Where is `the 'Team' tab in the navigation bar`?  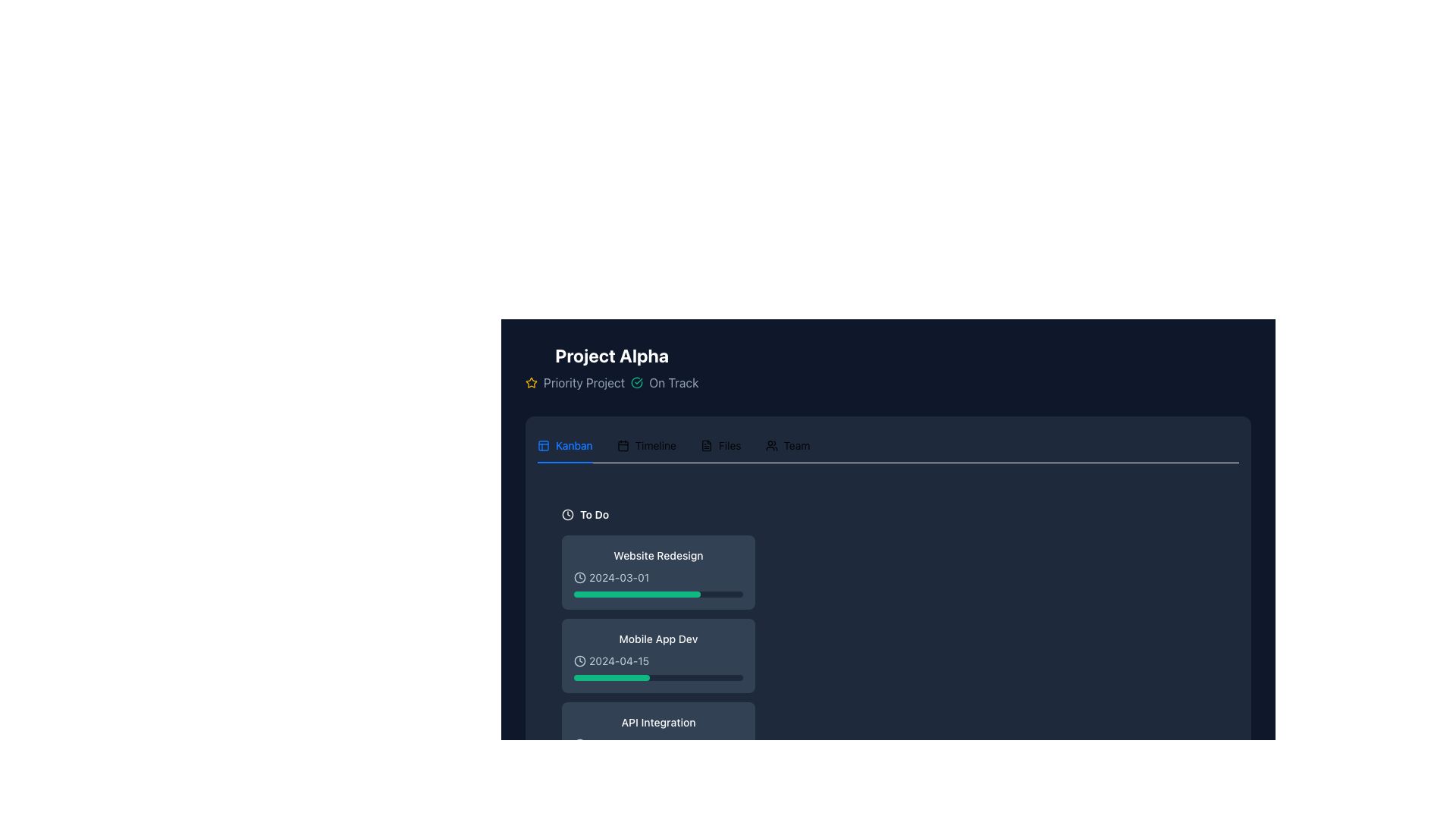 the 'Team' tab in the navigation bar is located at coordinates (787, 444).